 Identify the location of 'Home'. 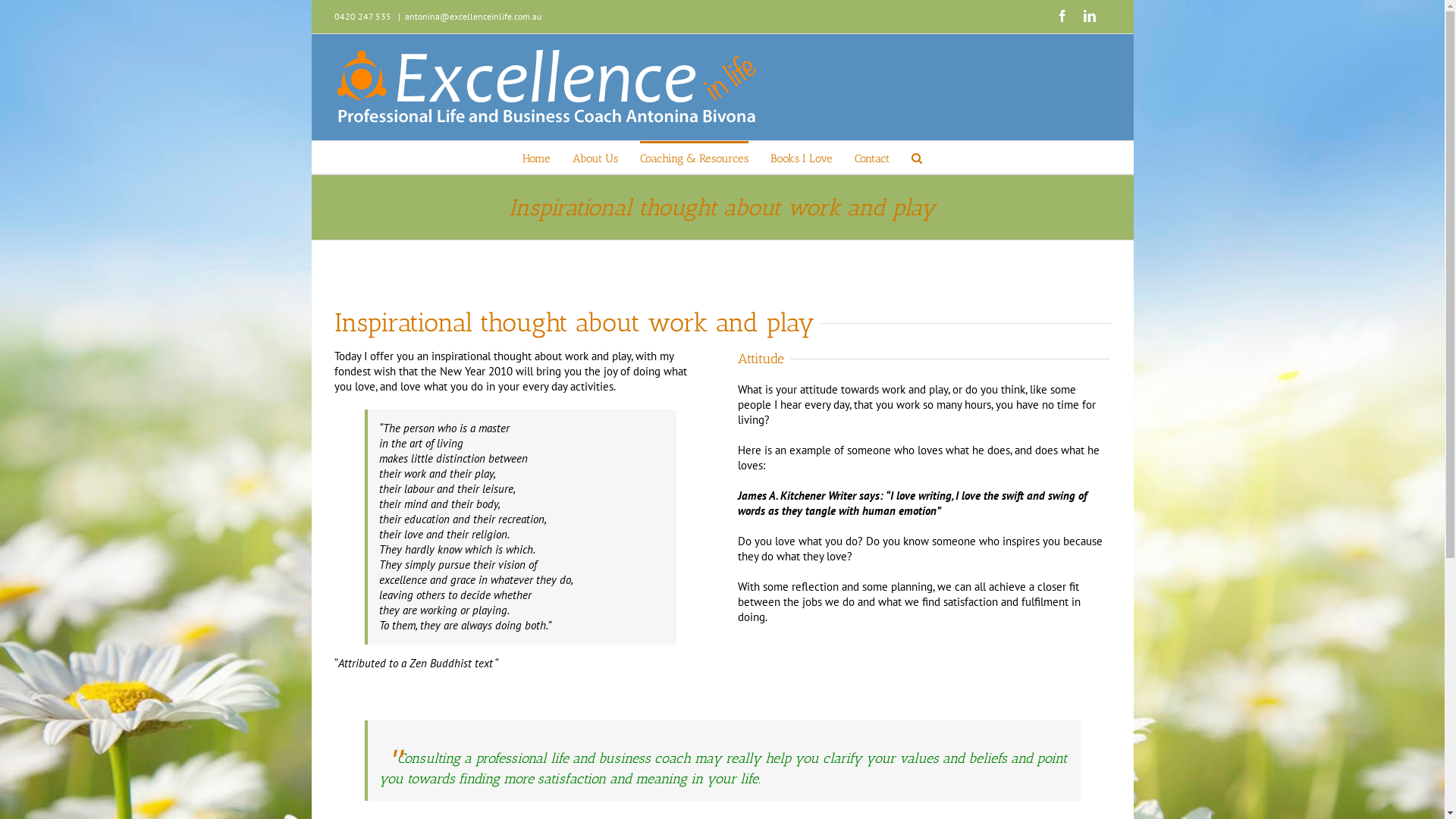
(536, 157).